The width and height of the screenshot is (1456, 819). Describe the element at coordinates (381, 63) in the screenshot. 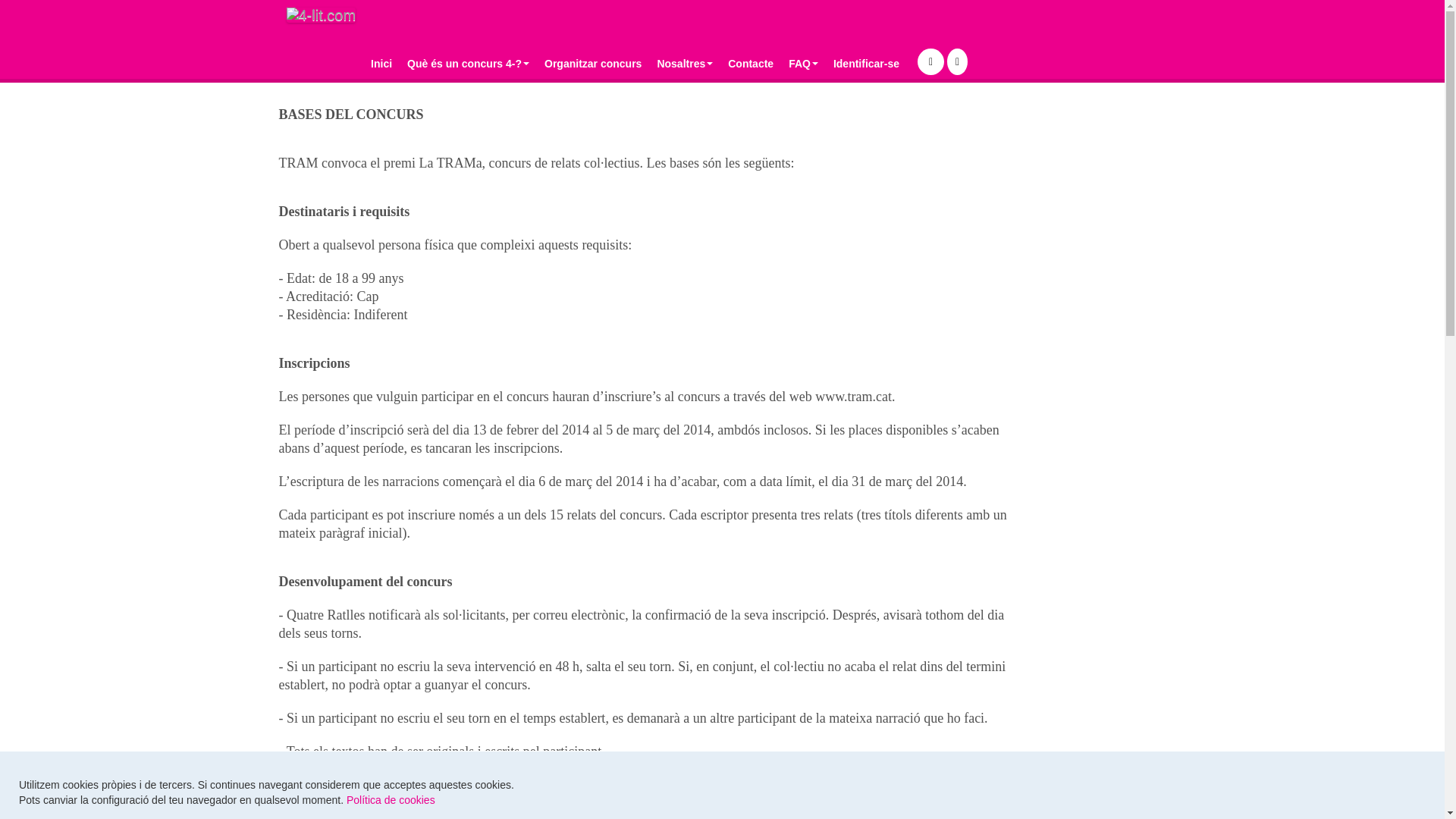

I see `'Inici'` at that location.